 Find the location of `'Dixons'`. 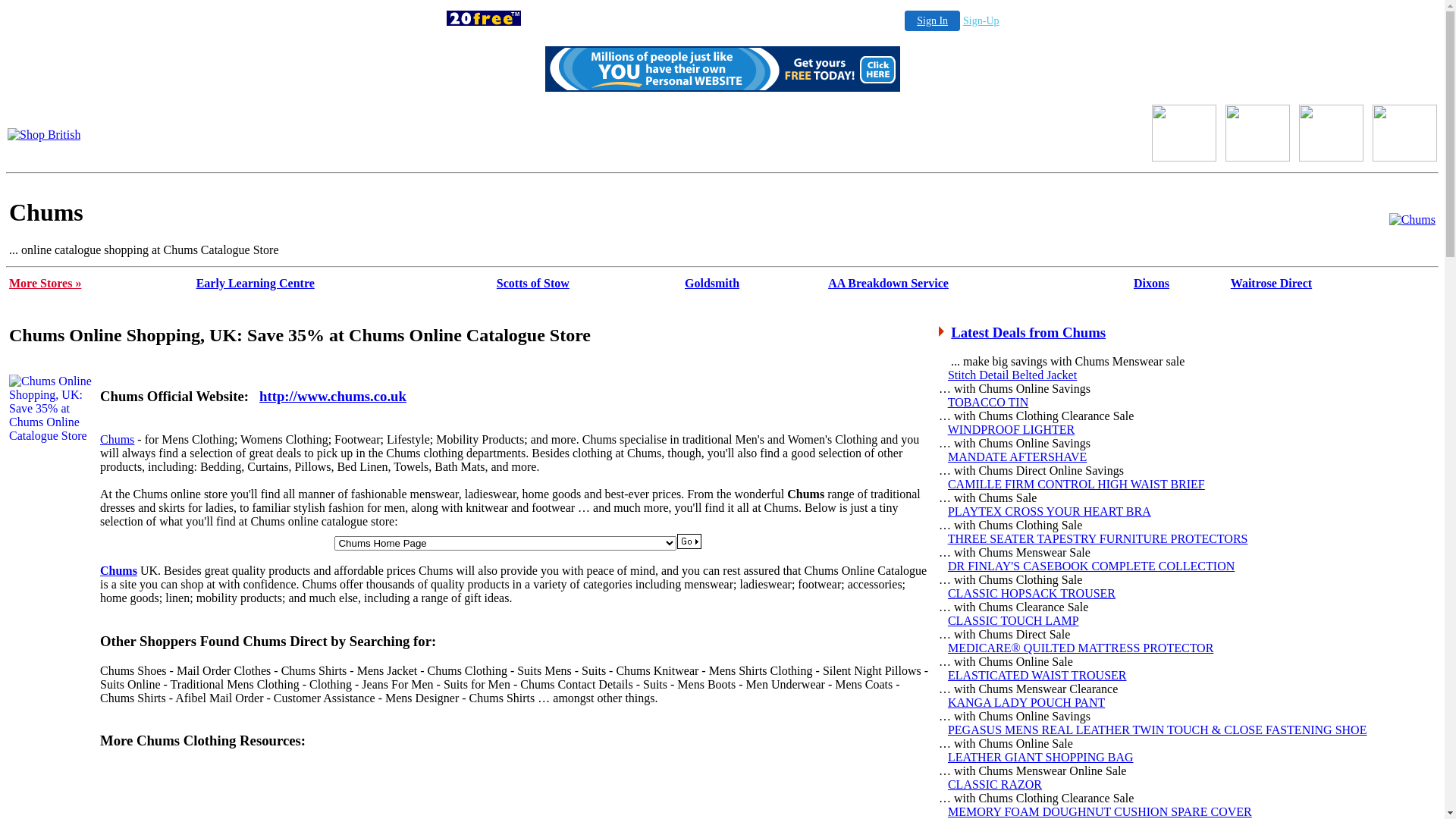

'Dixons' is located at coordinates (1151, 283).